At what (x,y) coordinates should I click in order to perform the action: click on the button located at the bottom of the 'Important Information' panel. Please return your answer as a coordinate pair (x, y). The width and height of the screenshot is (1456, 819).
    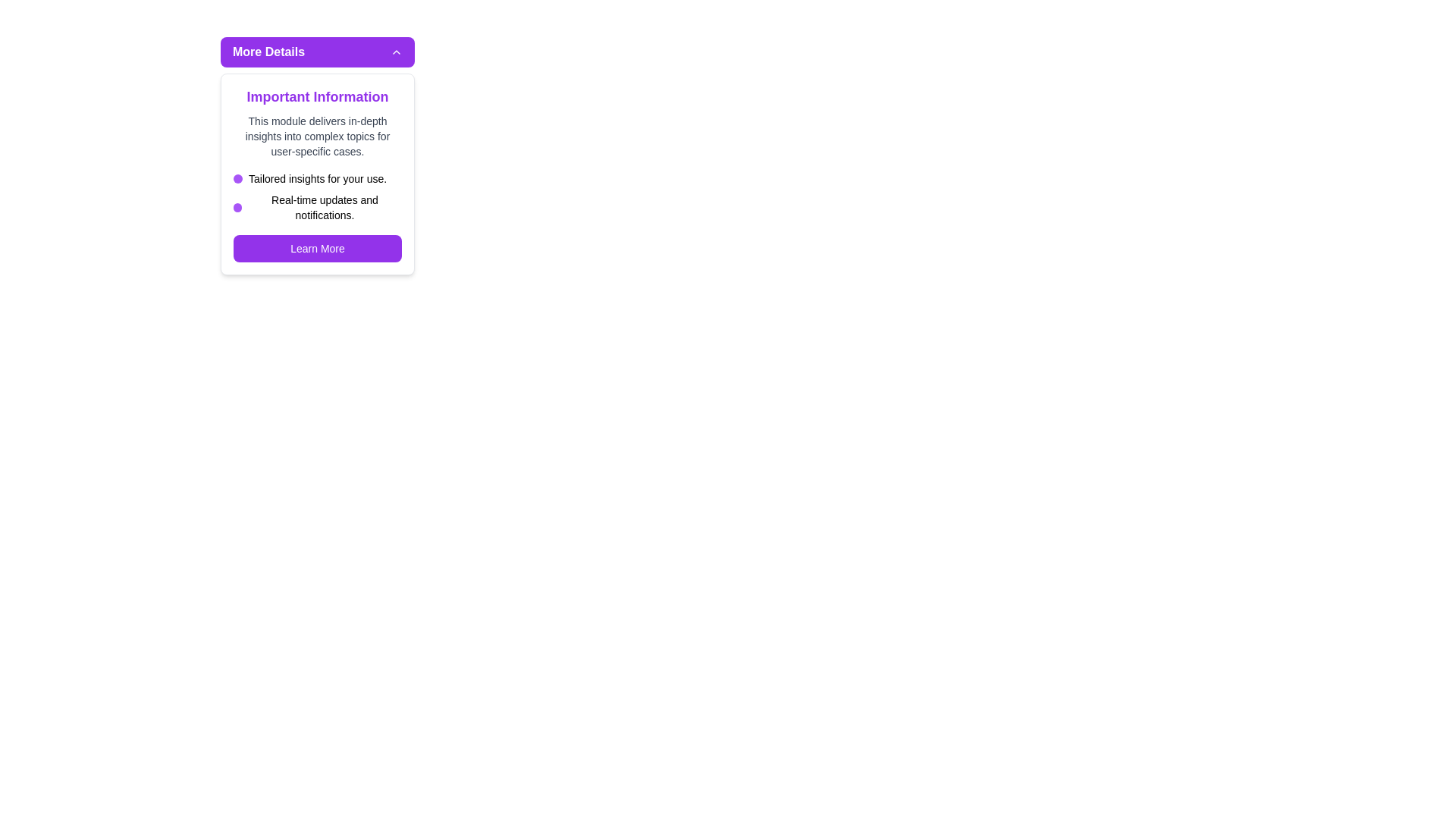
    Looking at the image, I should click on (316, 247).